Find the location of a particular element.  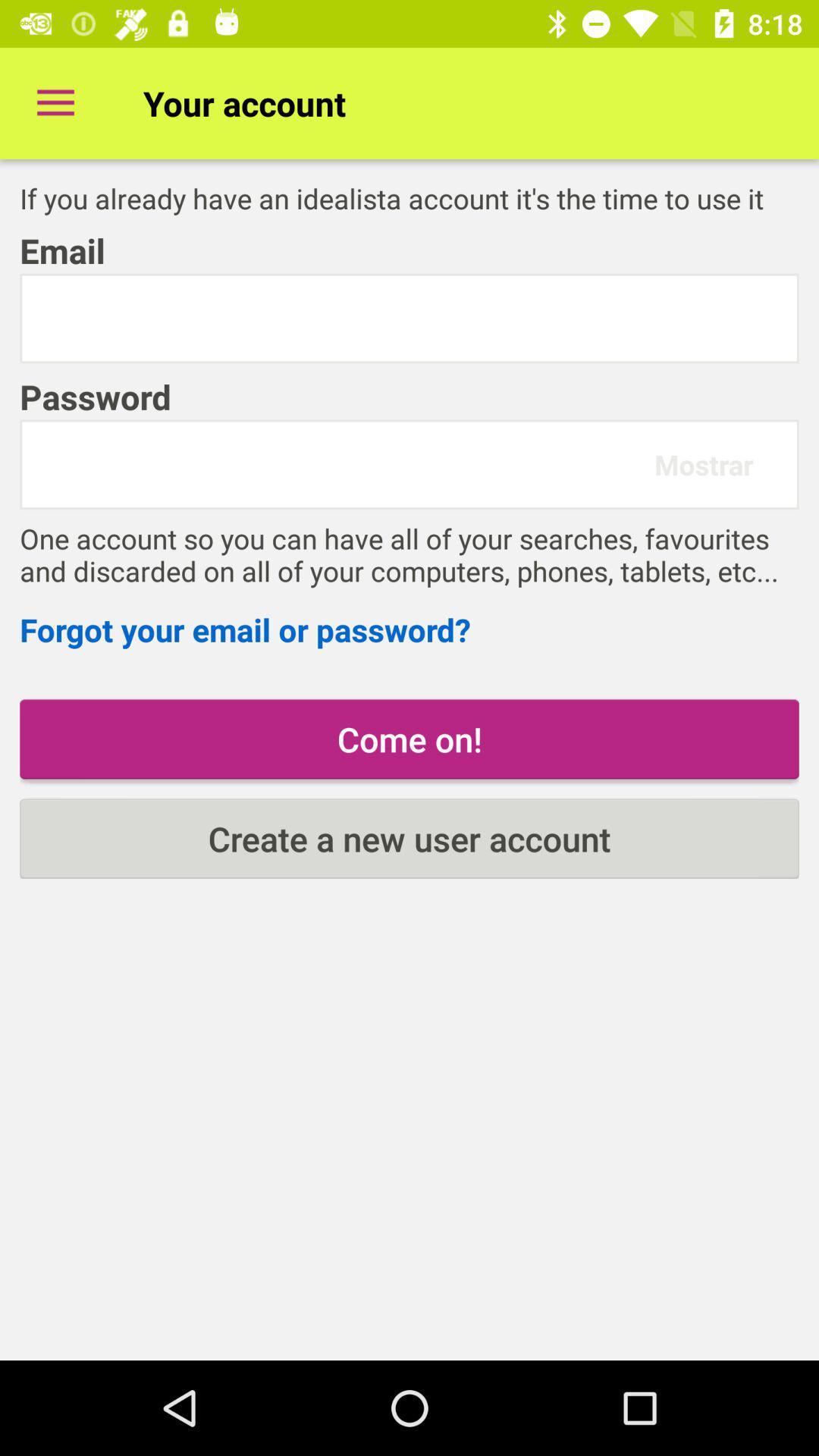

the icon at the top right corner is located at coordinates (704, 463).